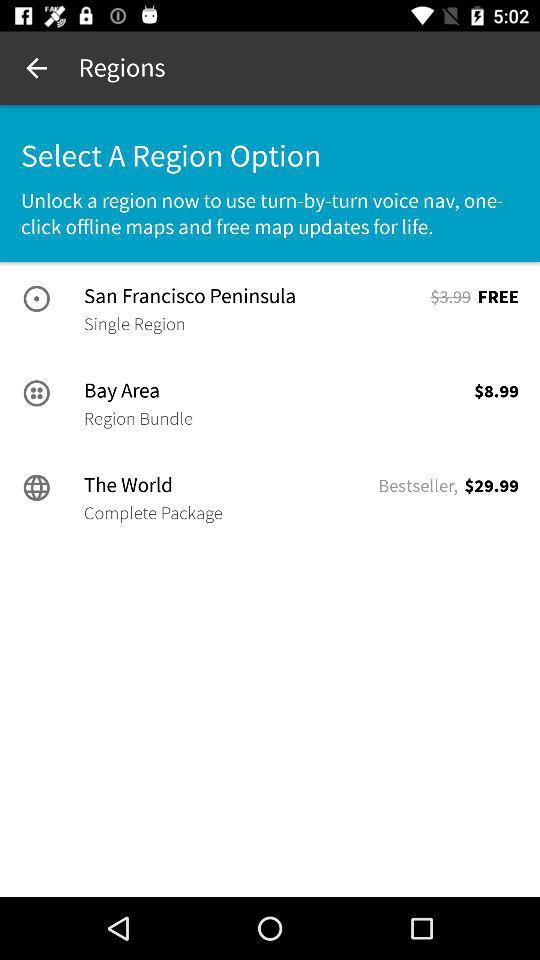  I want to click on the icon next to $3.99 item, so click(134, 324).